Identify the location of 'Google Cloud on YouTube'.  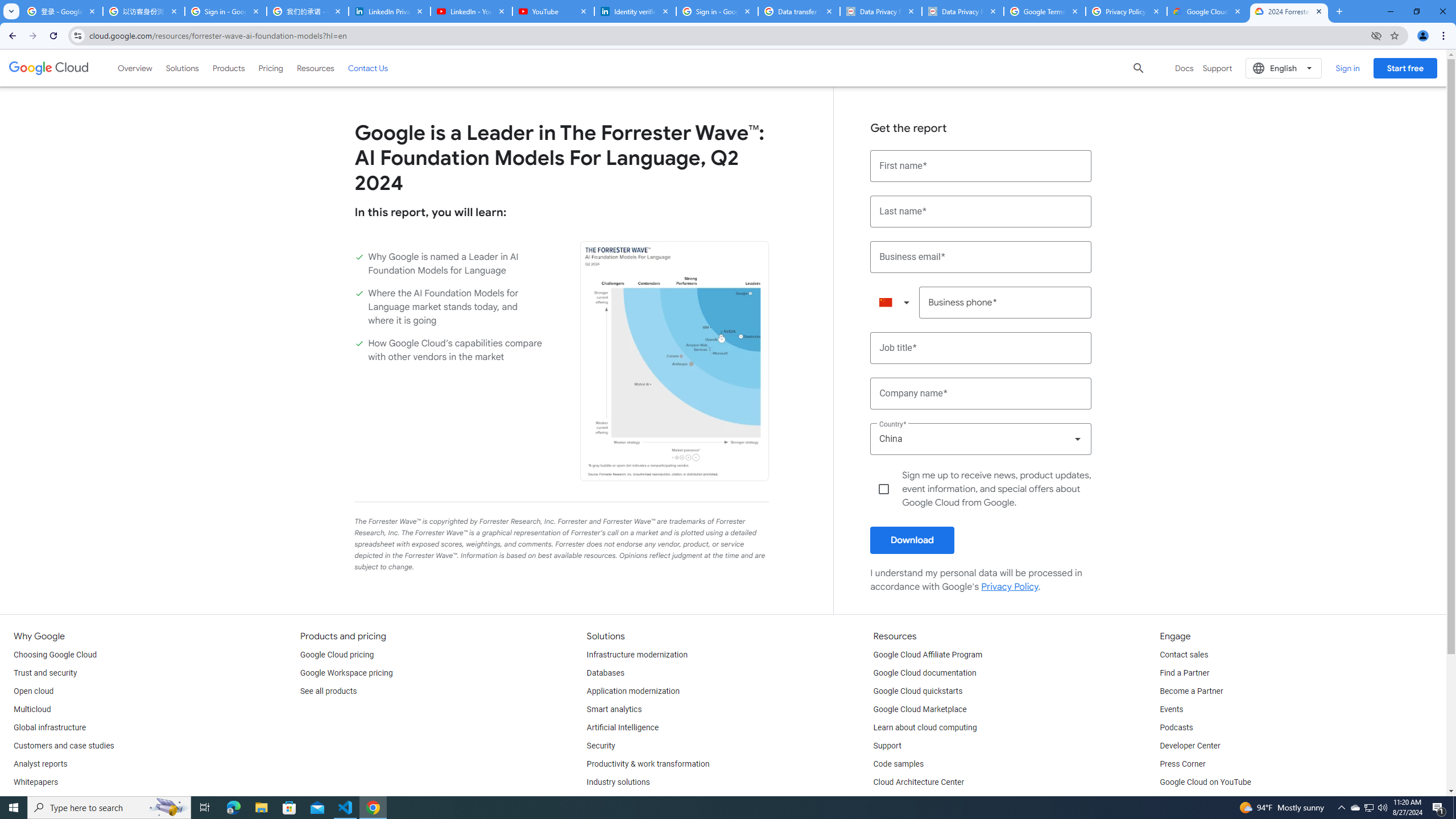
(1204, 781).